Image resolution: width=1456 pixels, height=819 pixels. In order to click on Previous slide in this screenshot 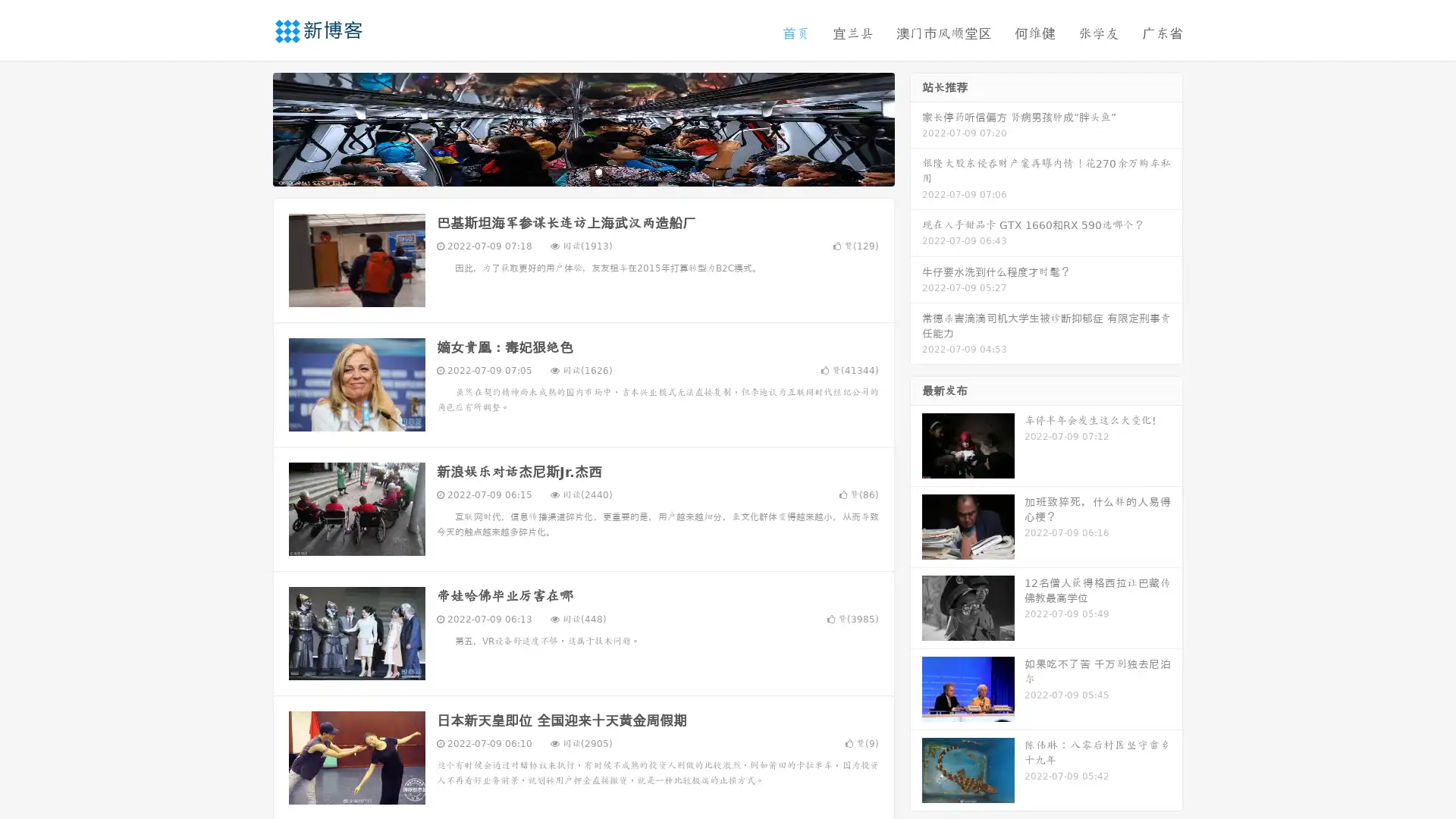, I will do `click(250, 127)`.